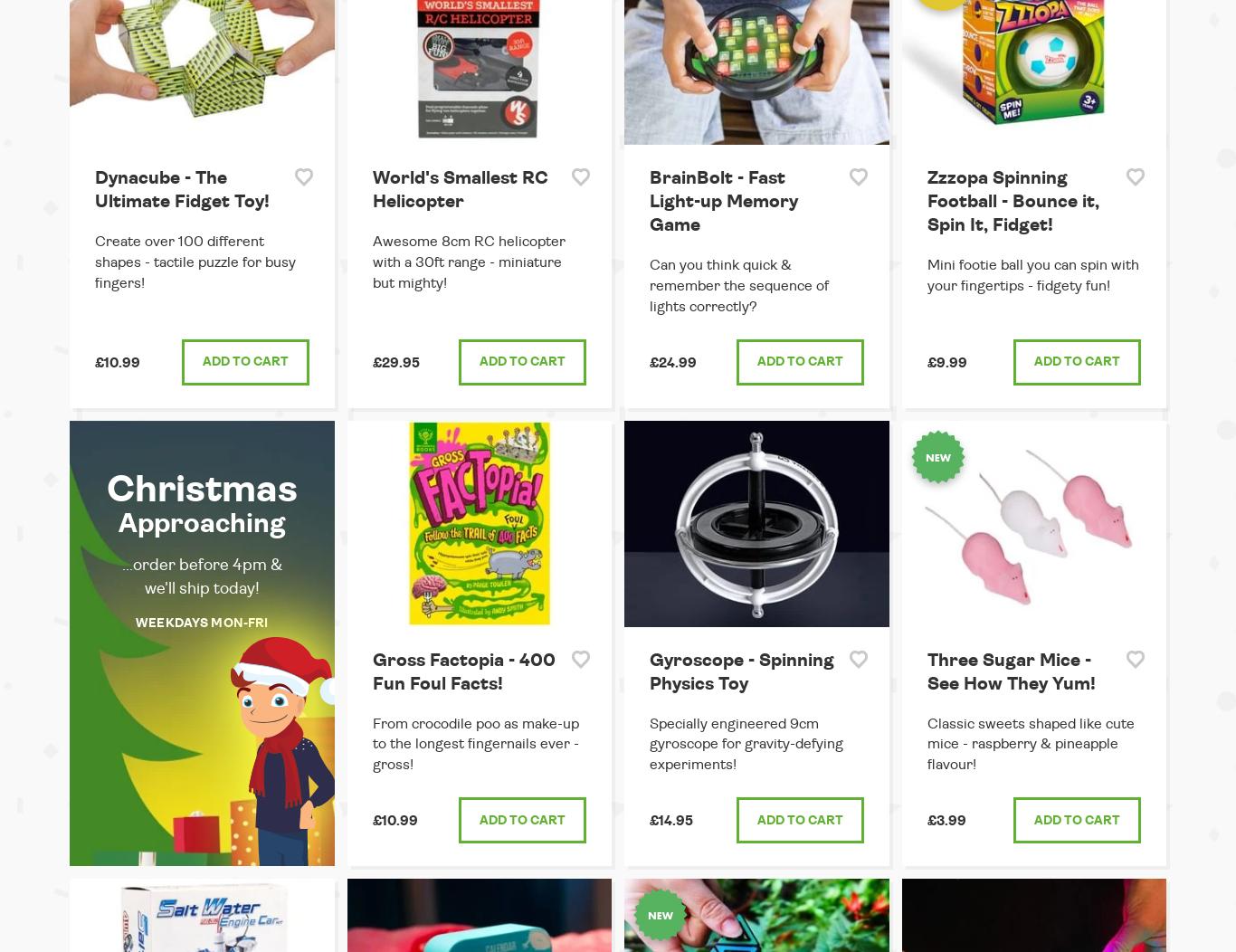  I want to click on 'Gross Factopia - 400 Fun Foul Facts!', so click(371, 671).